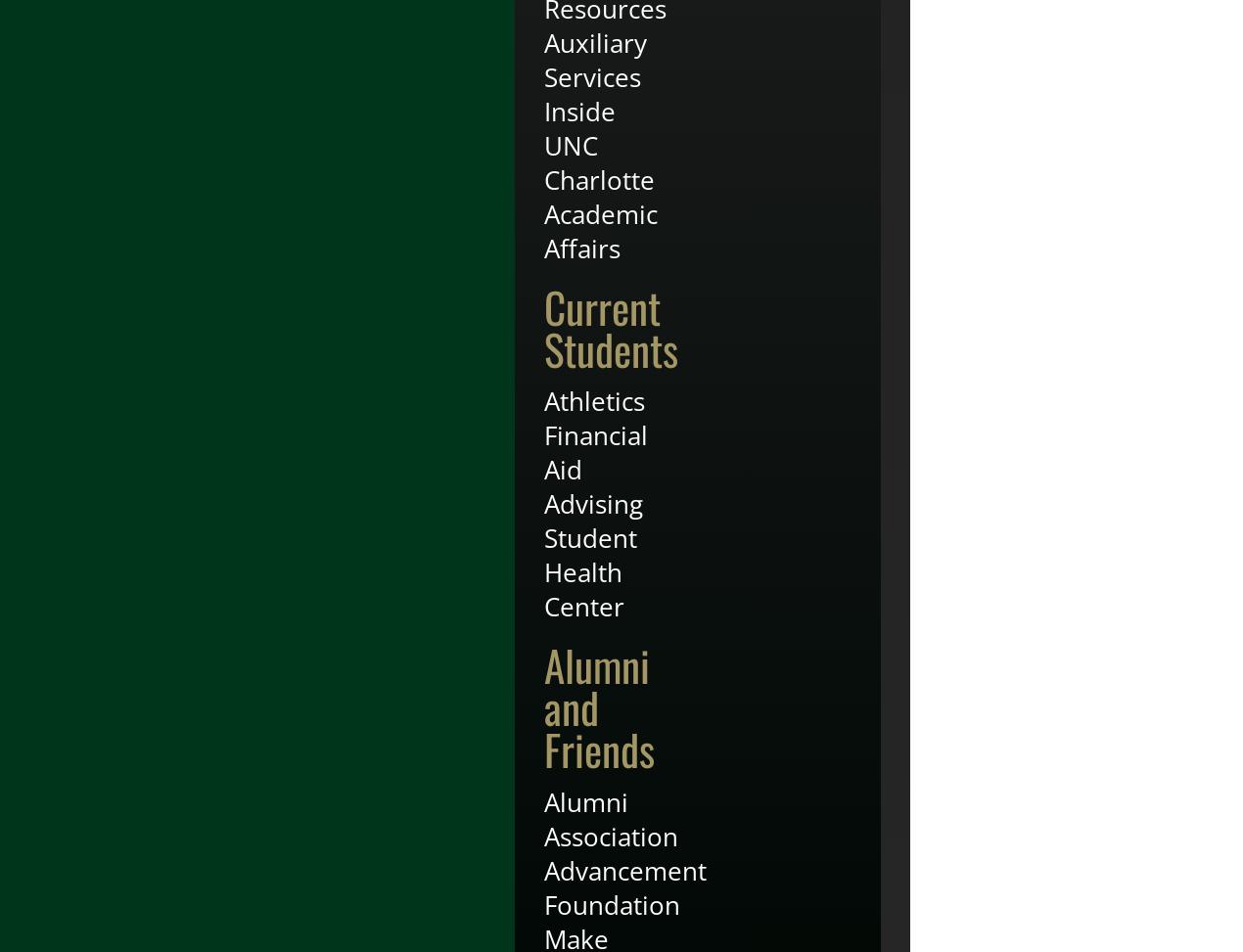 This screenshot has width=1243, height=952. I want to click on 'Student Health Center', so click(590, 571).